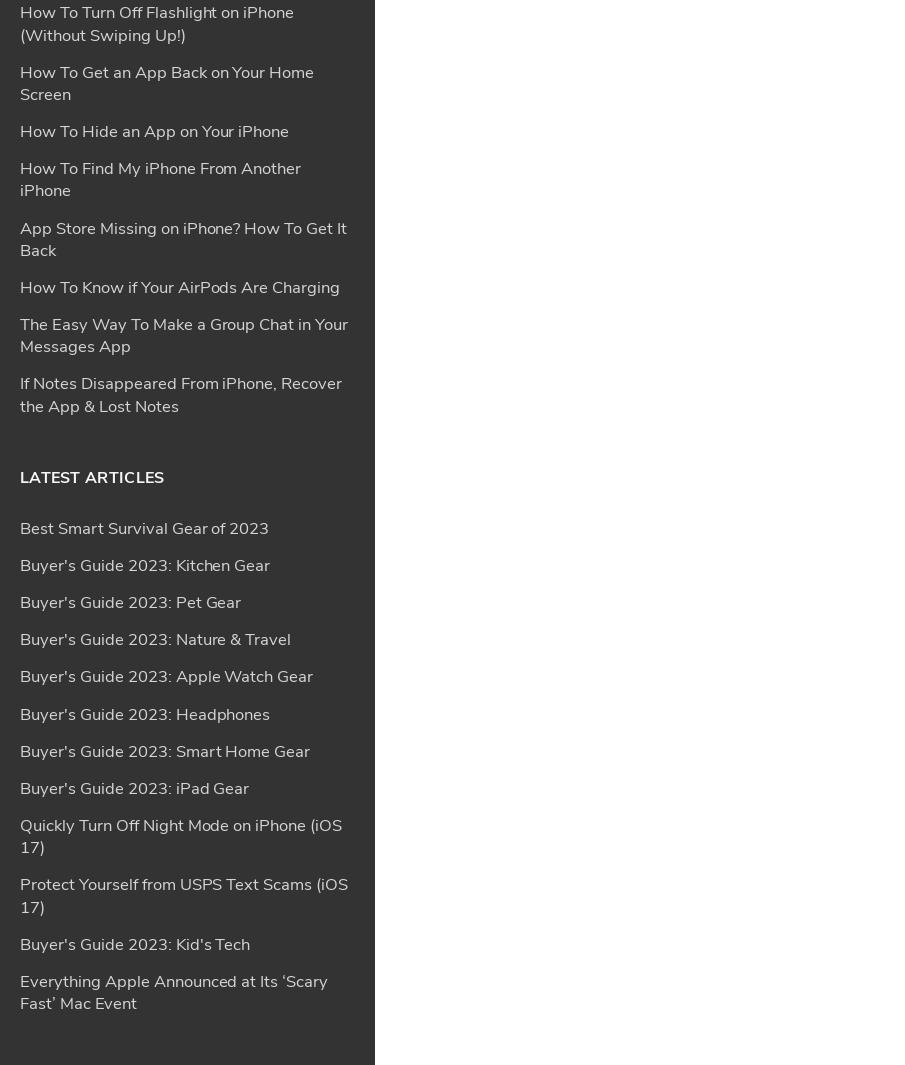 Image resolution: width=905 pixels, height=1065 pixels. I want to click on 'Buyer's Guide 2023: iPad Gear', so click(133, 199).